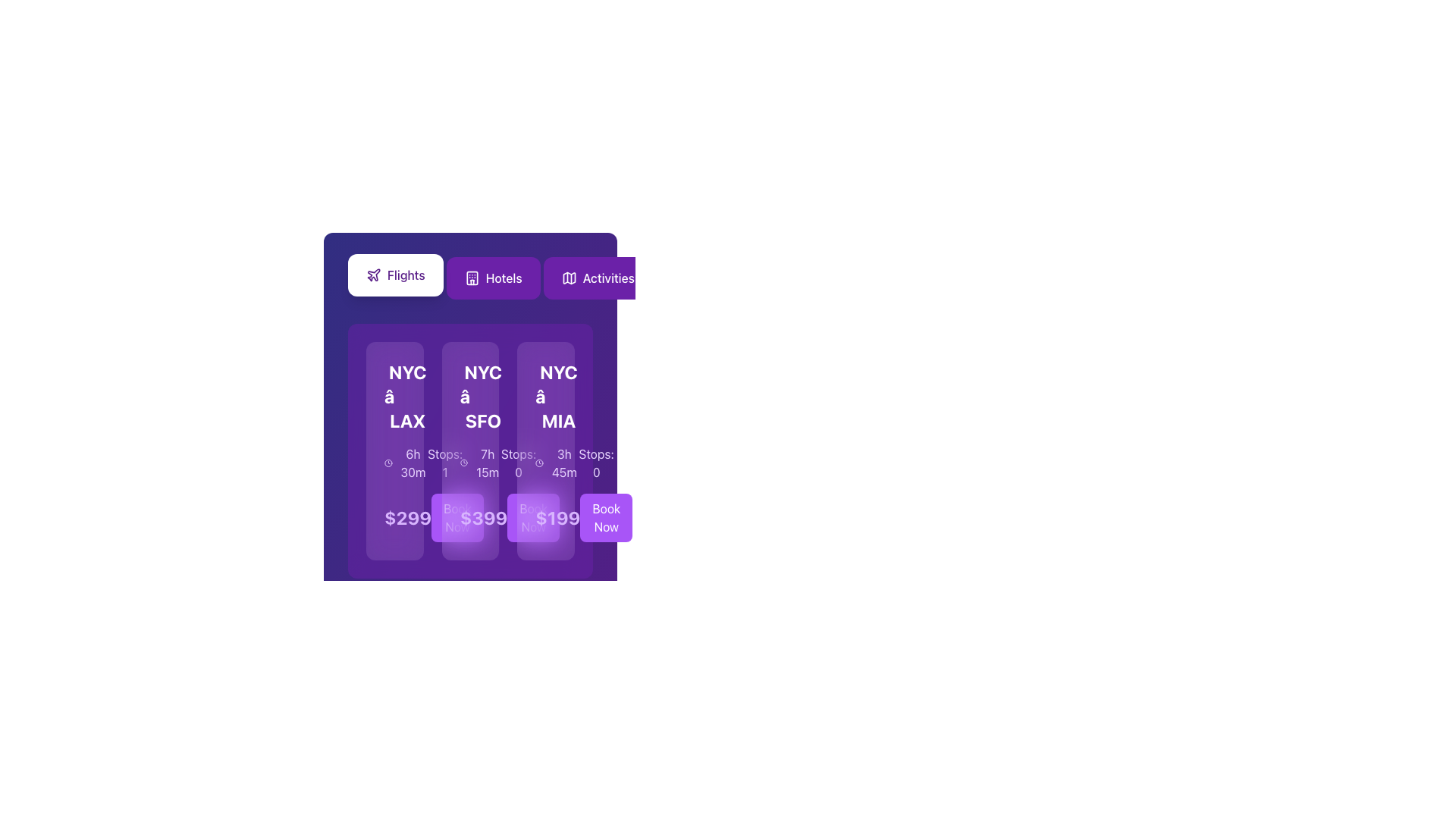 The height and width of the screenshot is (819, 1456). What do you see at coordinates (504, 278) in the screenshot?
I see `the 'Hotels' text label within the second button of the navigation bar` at bounding box center [504, 278].